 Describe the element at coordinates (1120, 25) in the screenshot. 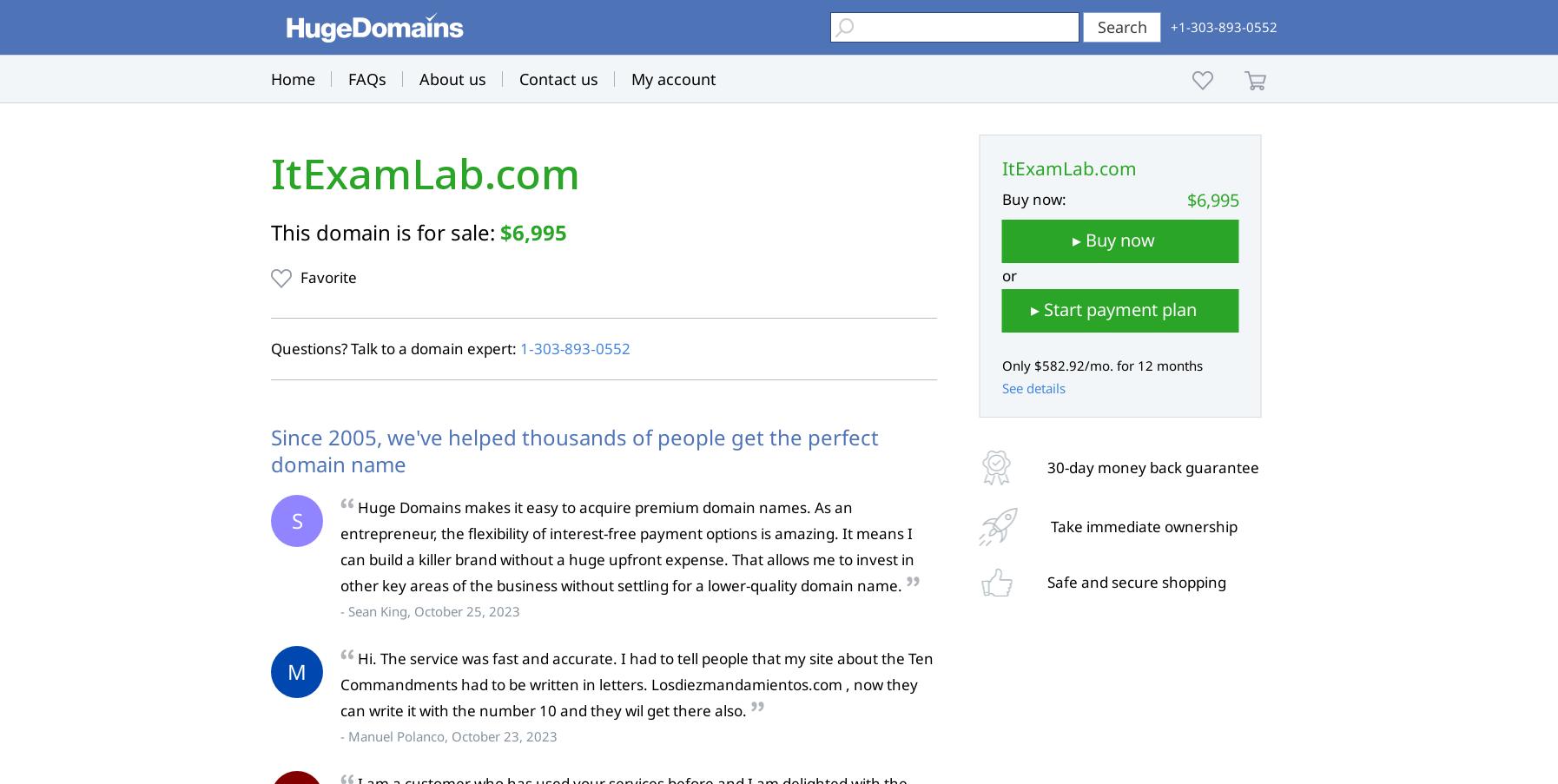

I see `'Search'` at that location.